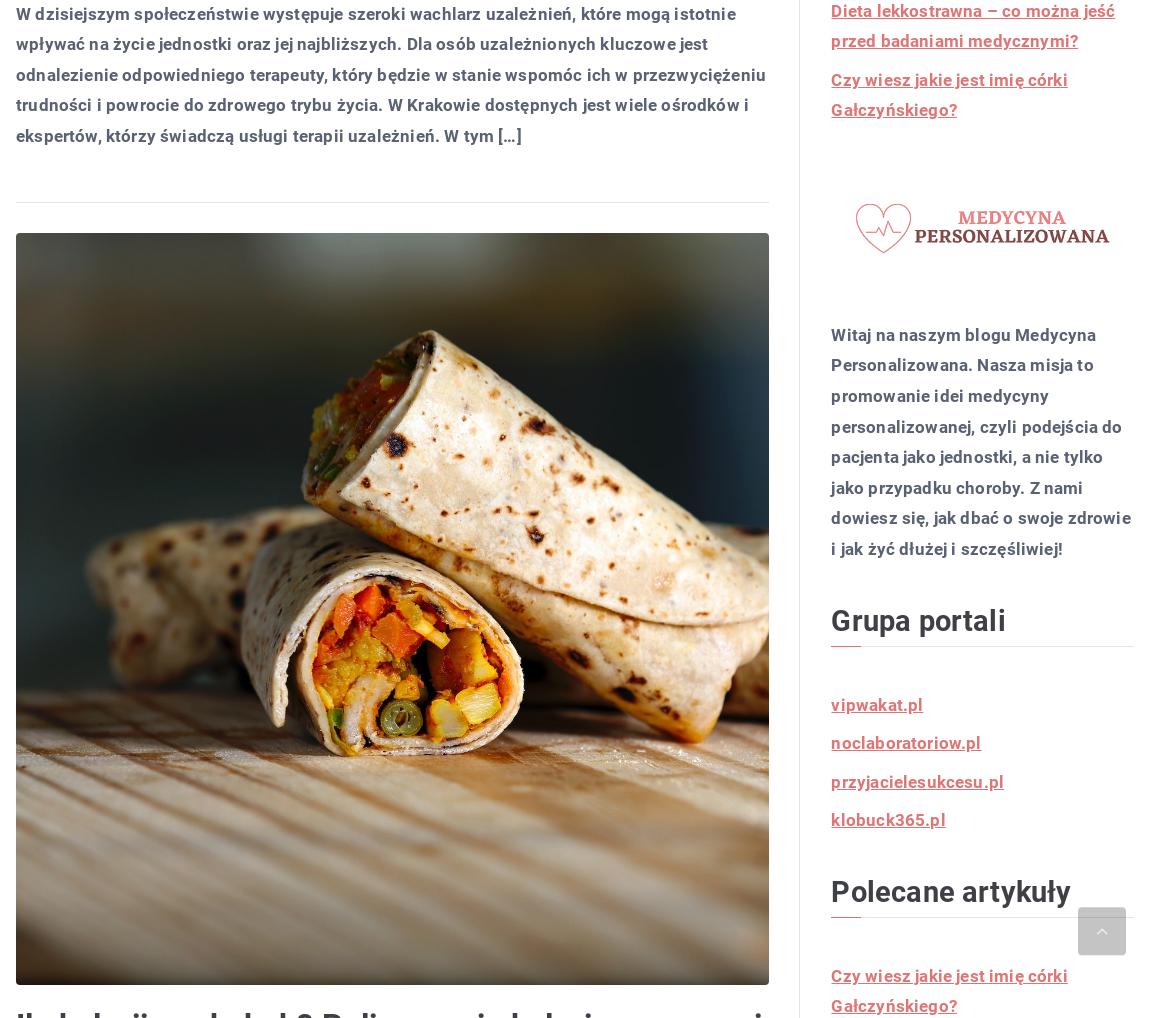 The width and height of the screenshot is (1150, 1018). I want to click on 'przyjacielesukcesu.pl', so click(917, 781).